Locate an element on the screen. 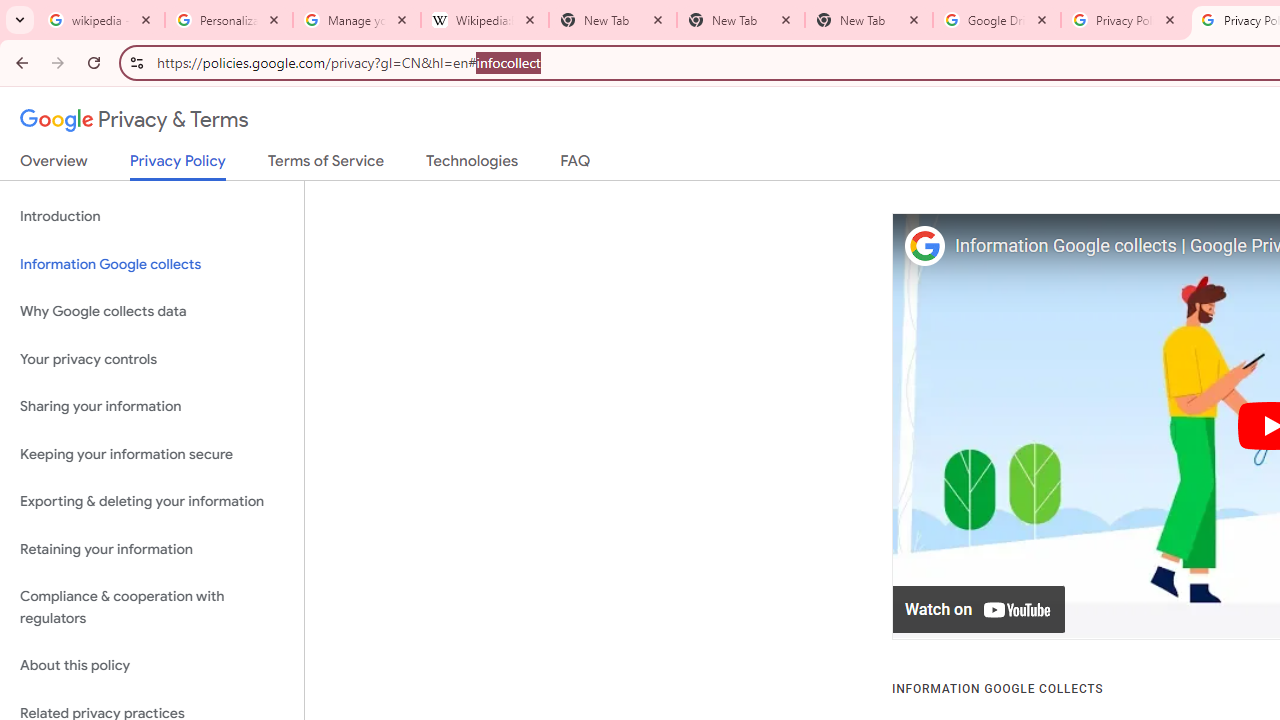  'Personalization & Google Search results - Google Search Help' is located at coordinates (229, 20).